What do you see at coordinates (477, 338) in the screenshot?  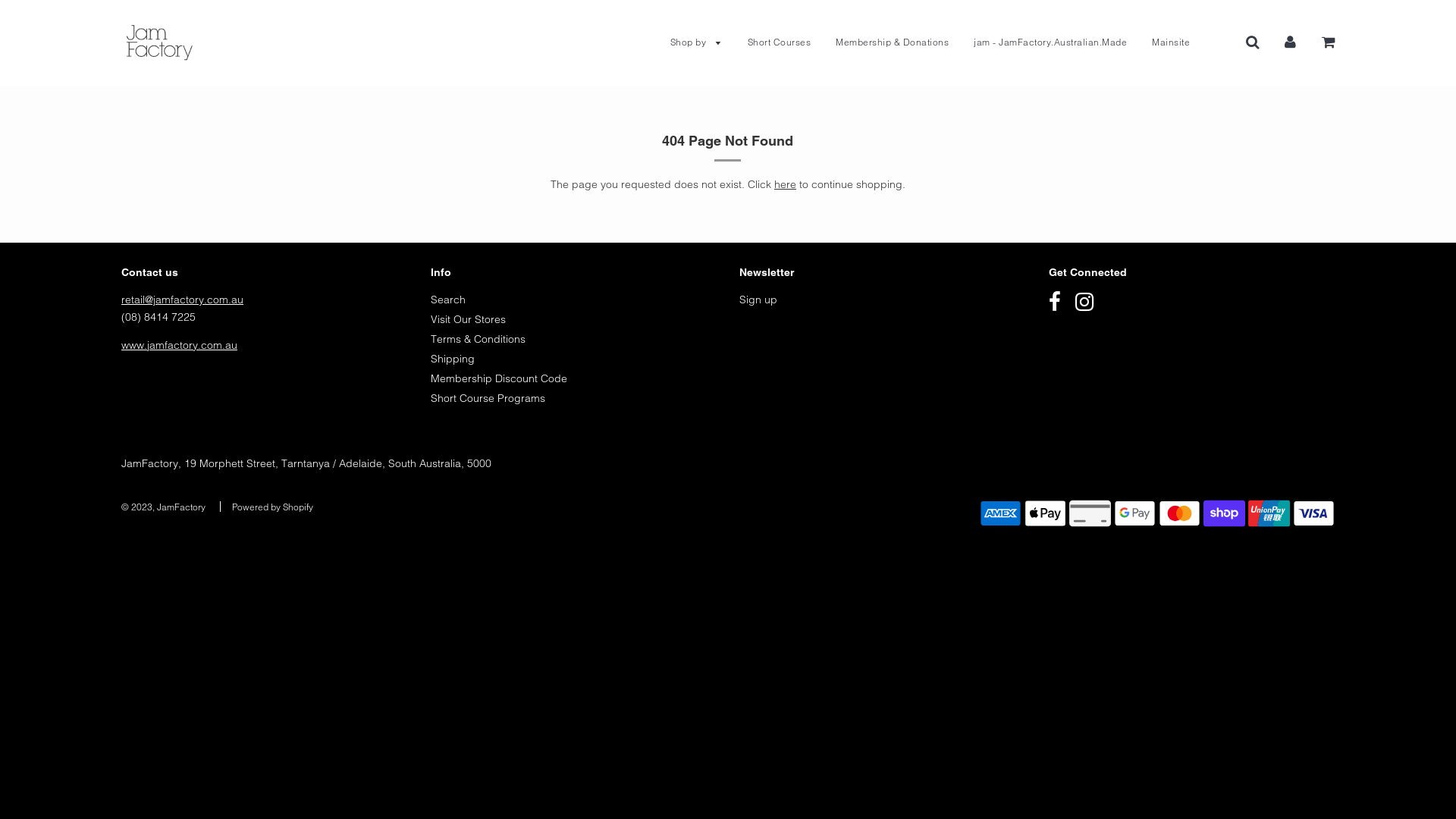 I see `'Terms & Conditions'` at bounding box center [477, 338].